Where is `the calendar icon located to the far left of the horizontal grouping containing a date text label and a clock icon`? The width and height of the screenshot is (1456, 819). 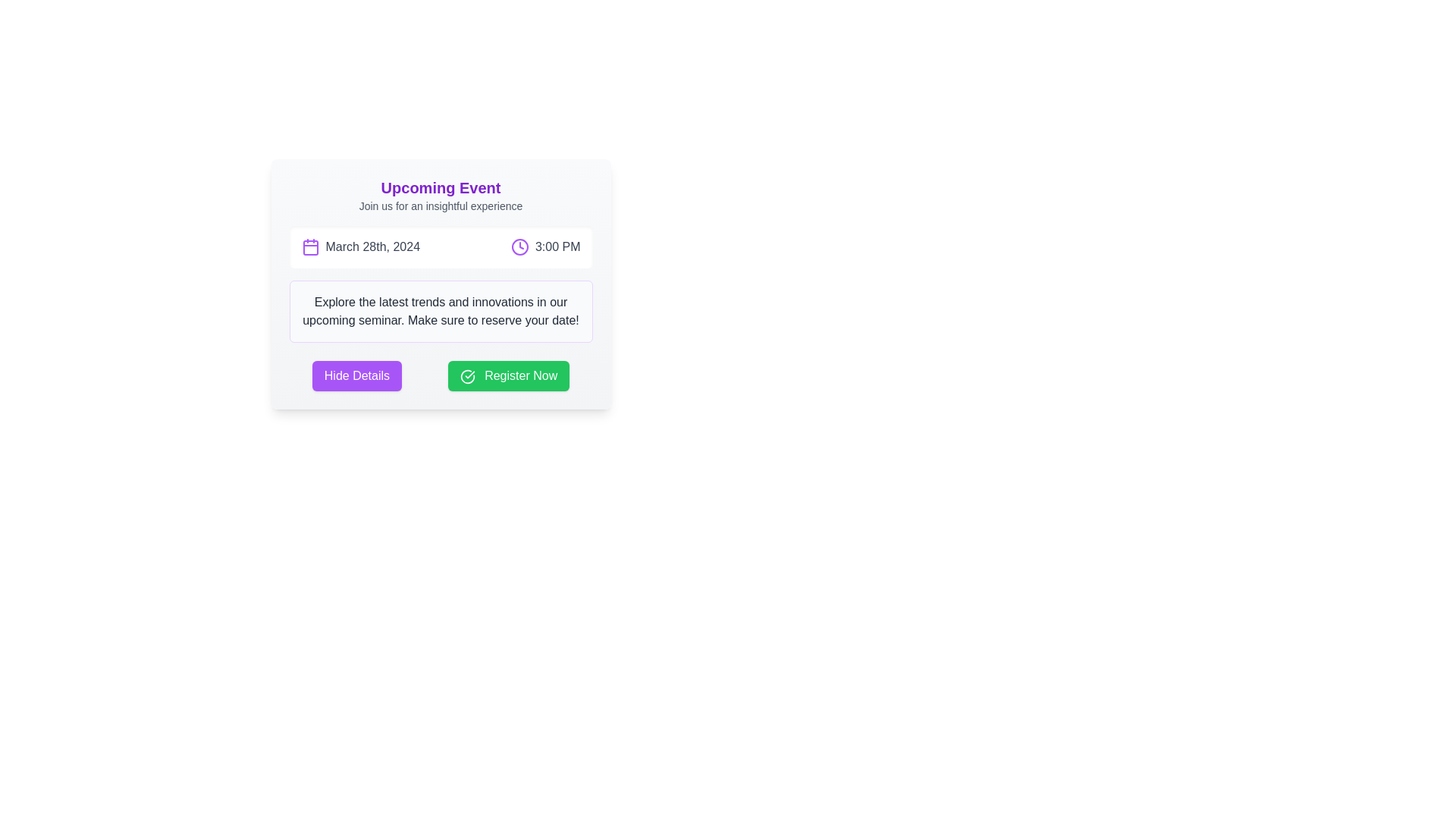 the calendar icon located to the far left of the horizontal grouping containing a date text label and a clock icon is located at coordinates (309, 246).